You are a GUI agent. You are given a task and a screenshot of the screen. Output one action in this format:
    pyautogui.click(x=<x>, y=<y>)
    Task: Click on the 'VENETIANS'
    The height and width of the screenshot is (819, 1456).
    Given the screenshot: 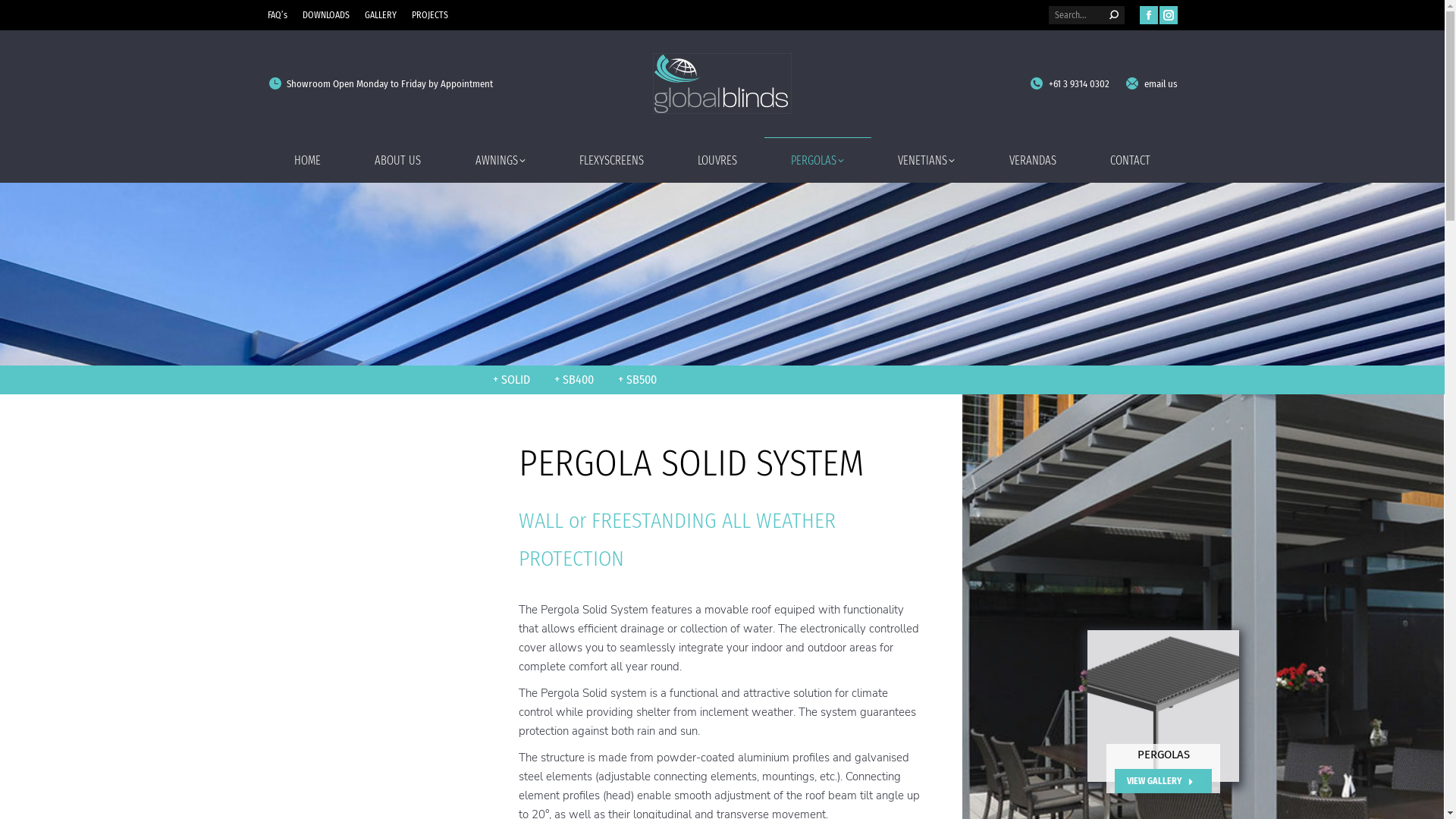 What is the action you would take?
    pyautogui.click(x=926, y=159)
    